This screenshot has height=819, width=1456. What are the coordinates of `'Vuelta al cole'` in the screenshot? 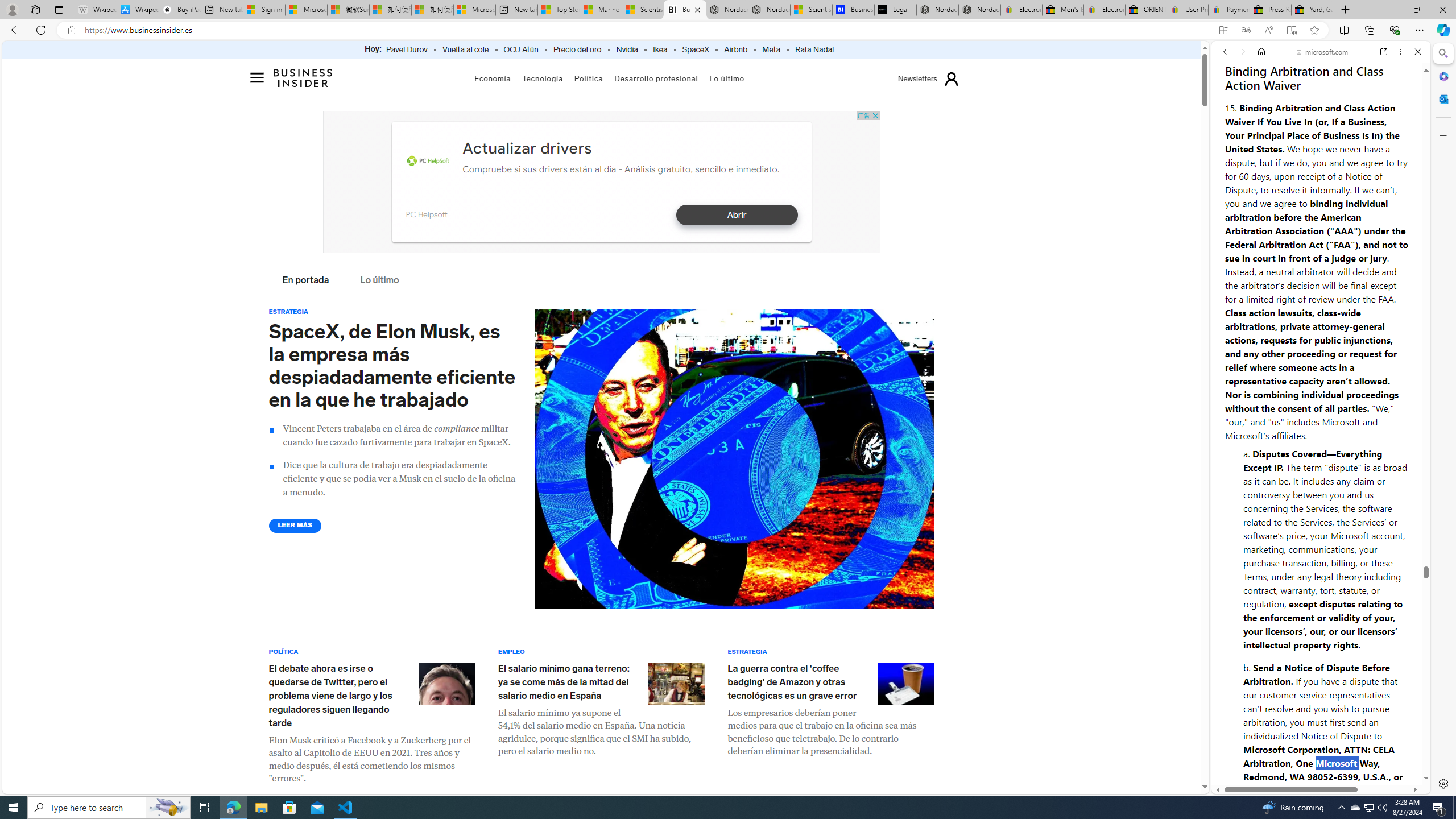 It's located at (464, 49).